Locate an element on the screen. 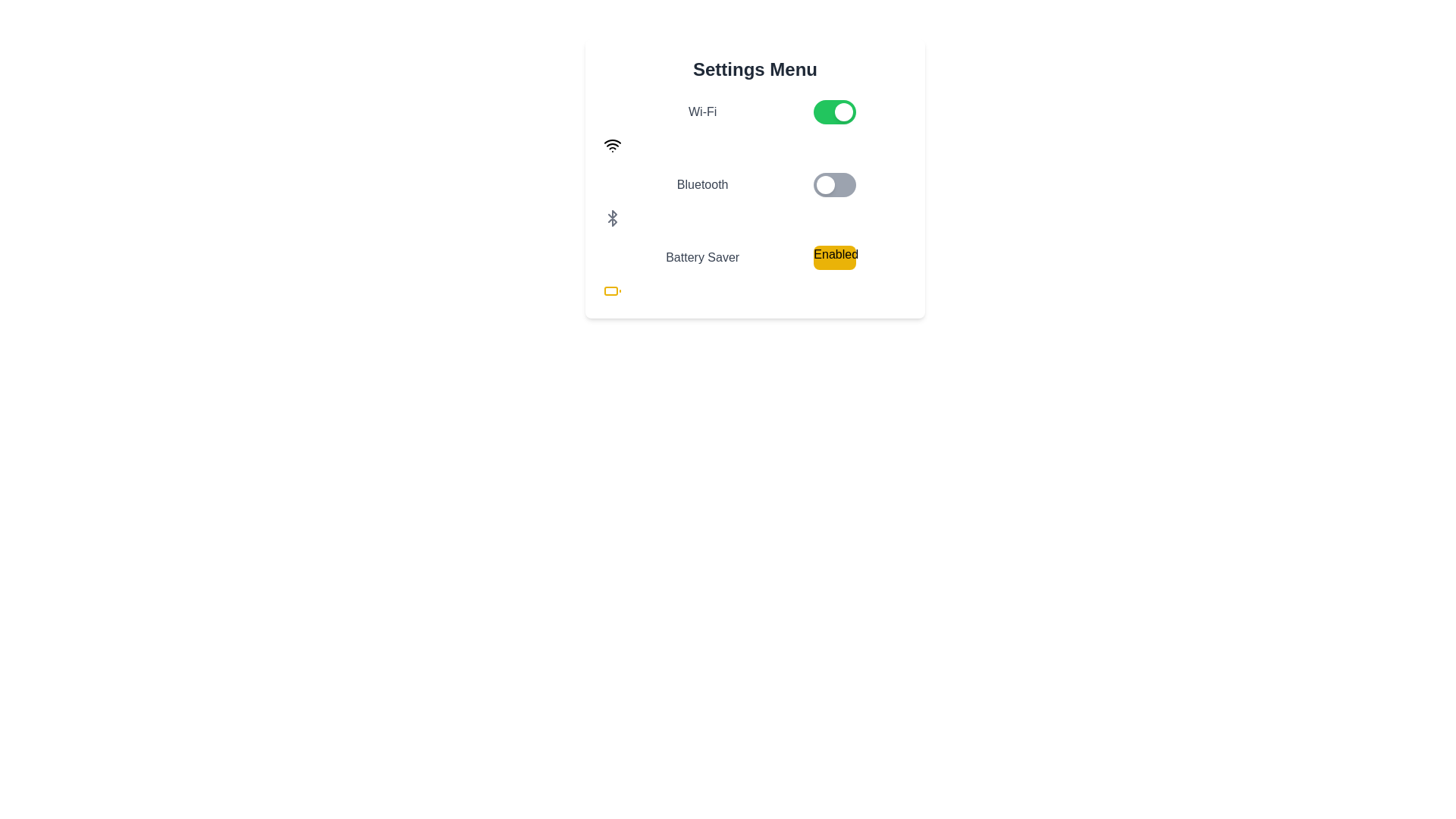  the Wi-Fi icon, which is the leftmost icon in a grid layout and aligns horizontally with the 'Wi-Fi' text and toggle switch is located at coordinates (612, 146).